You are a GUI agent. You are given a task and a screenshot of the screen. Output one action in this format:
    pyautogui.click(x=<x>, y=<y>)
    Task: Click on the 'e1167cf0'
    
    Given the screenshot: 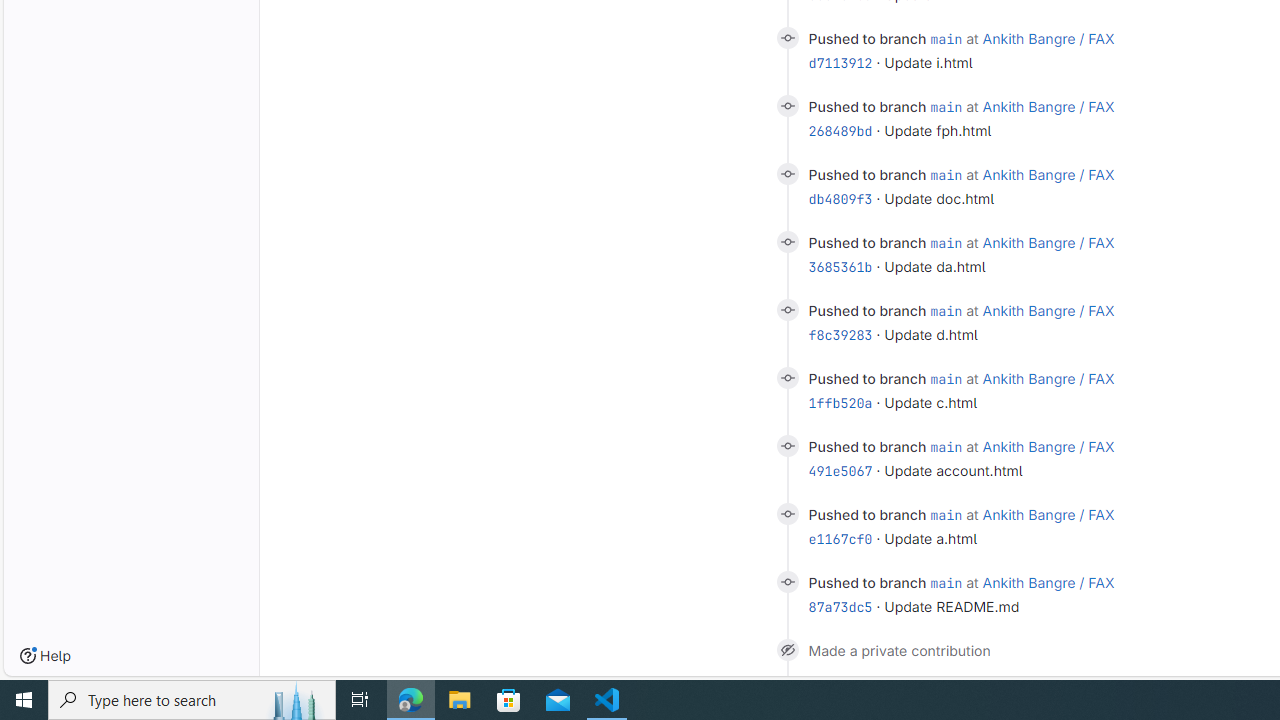 What is the action you would take?
    pyautogui.click(x=840, y=537)
    